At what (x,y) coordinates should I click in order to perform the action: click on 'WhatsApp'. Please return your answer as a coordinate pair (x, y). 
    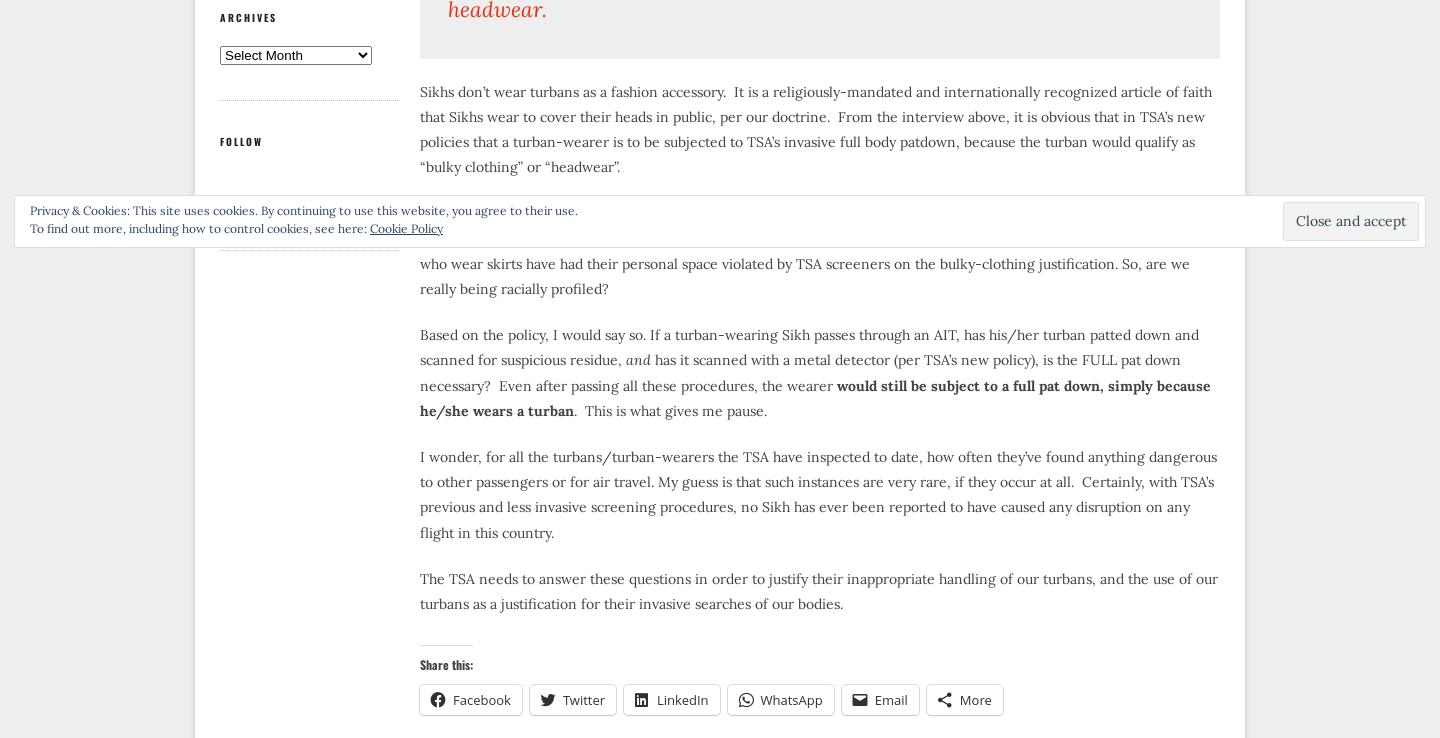
    Looking at the image, I should click on (790, 698).